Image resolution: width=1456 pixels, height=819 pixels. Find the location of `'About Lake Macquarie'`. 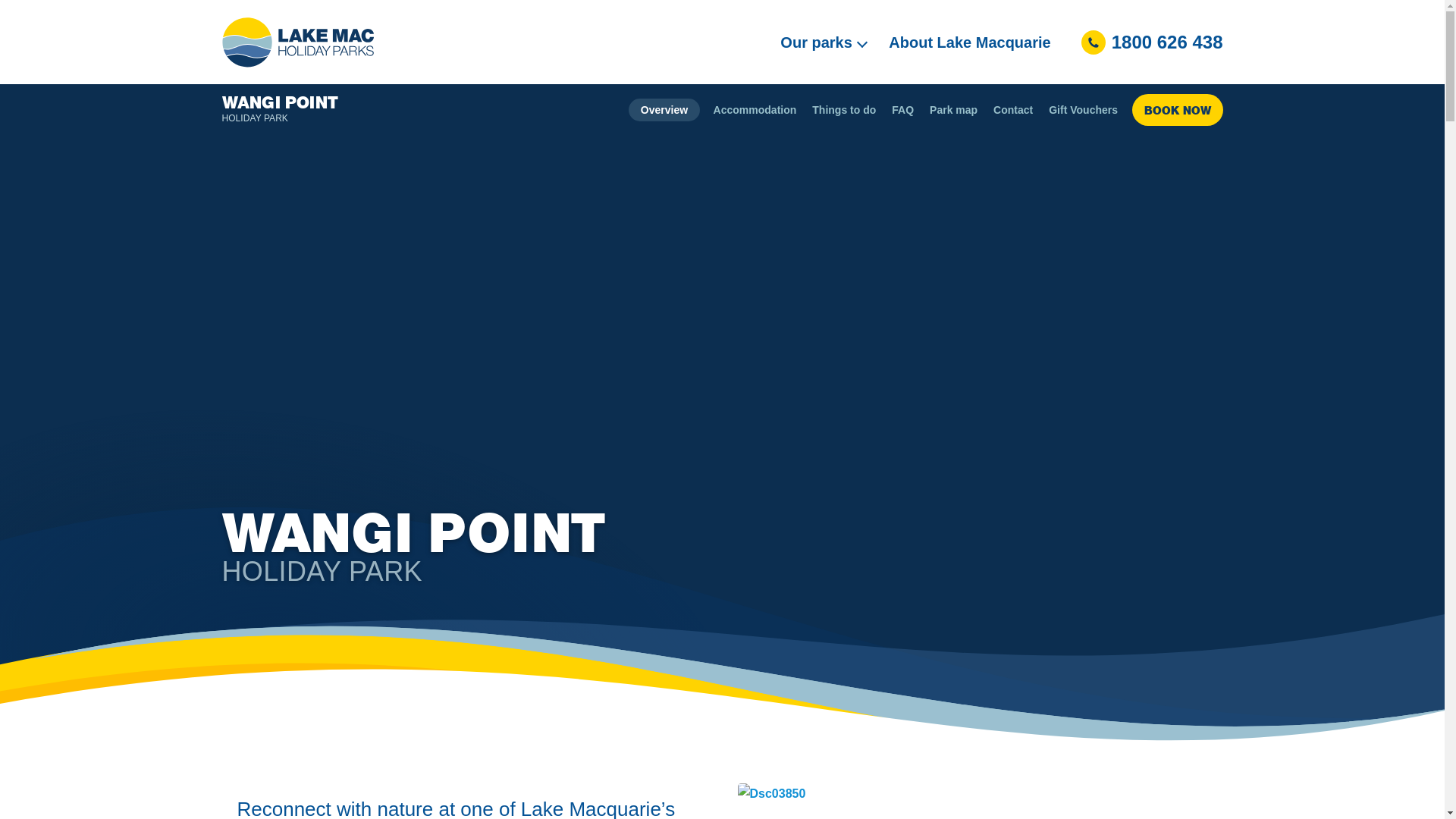

'About Lake Macquarie' is located at coordinates (968, 40).